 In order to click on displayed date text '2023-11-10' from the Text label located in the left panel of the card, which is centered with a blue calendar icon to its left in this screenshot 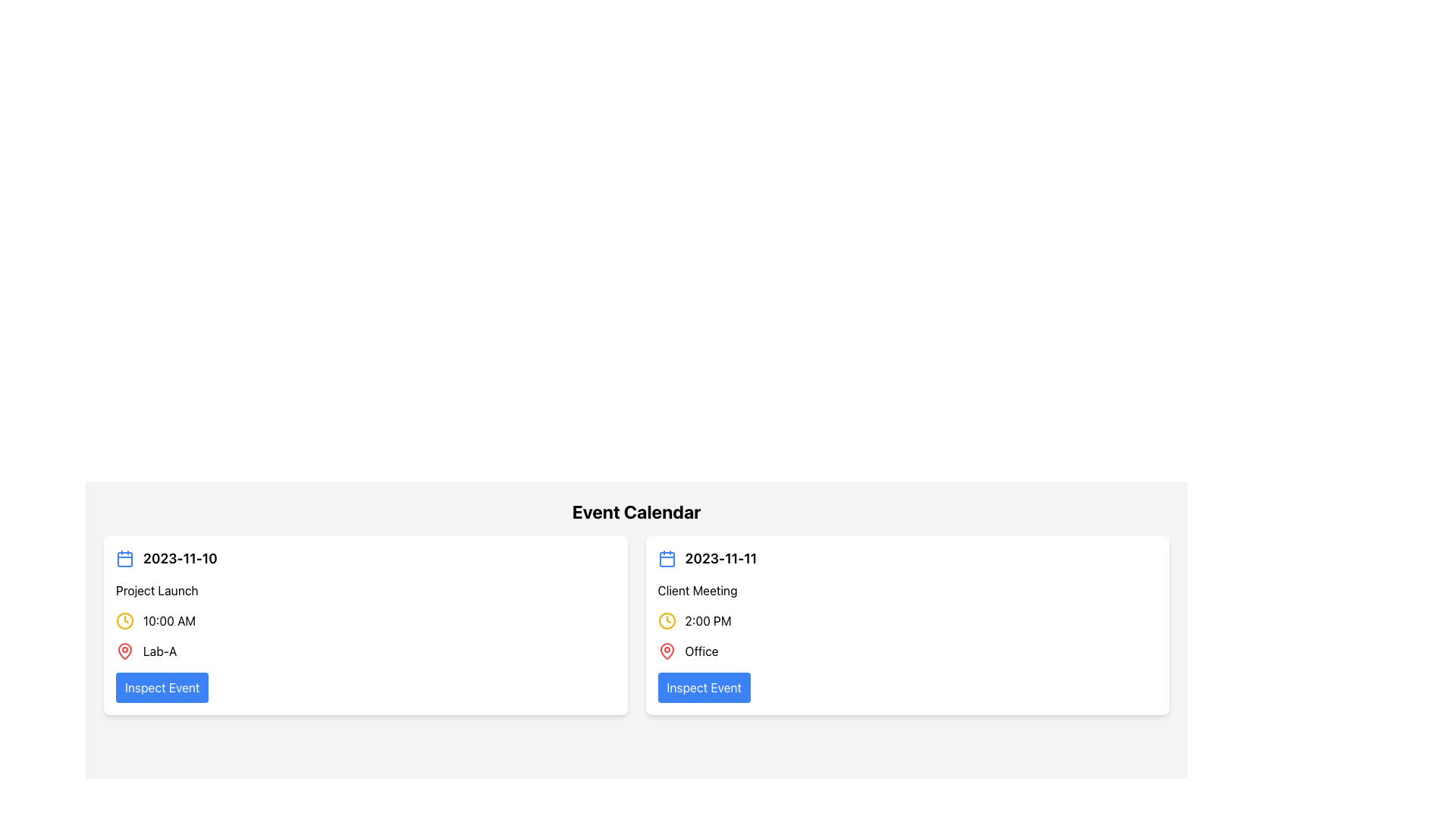, I will do `click(180, 558)`.